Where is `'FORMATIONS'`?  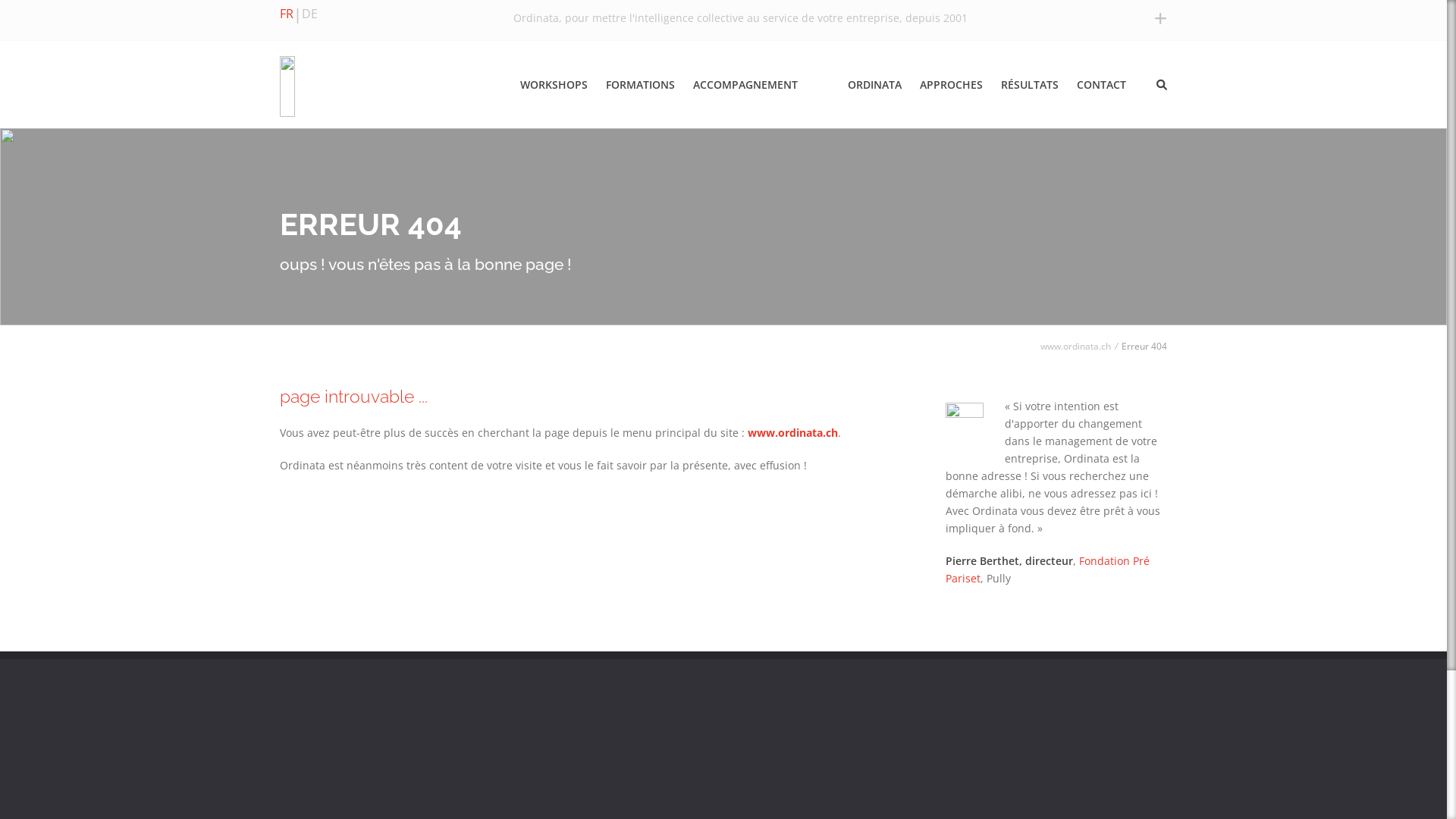
'FORMATIONS' is located at coordinates (643, 84).